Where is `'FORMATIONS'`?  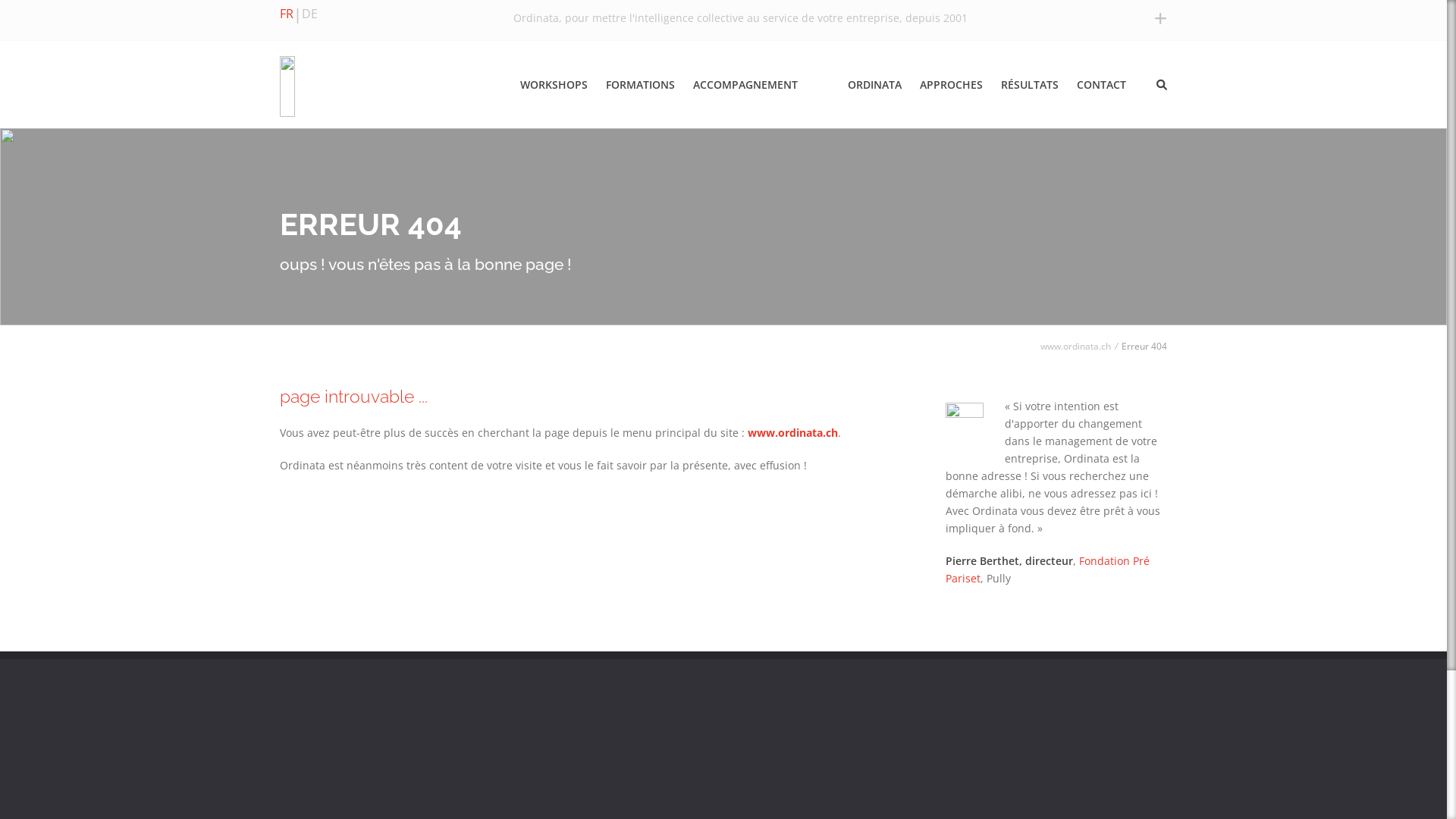
'FORMATIONS' is located at coordinates (643, 84).